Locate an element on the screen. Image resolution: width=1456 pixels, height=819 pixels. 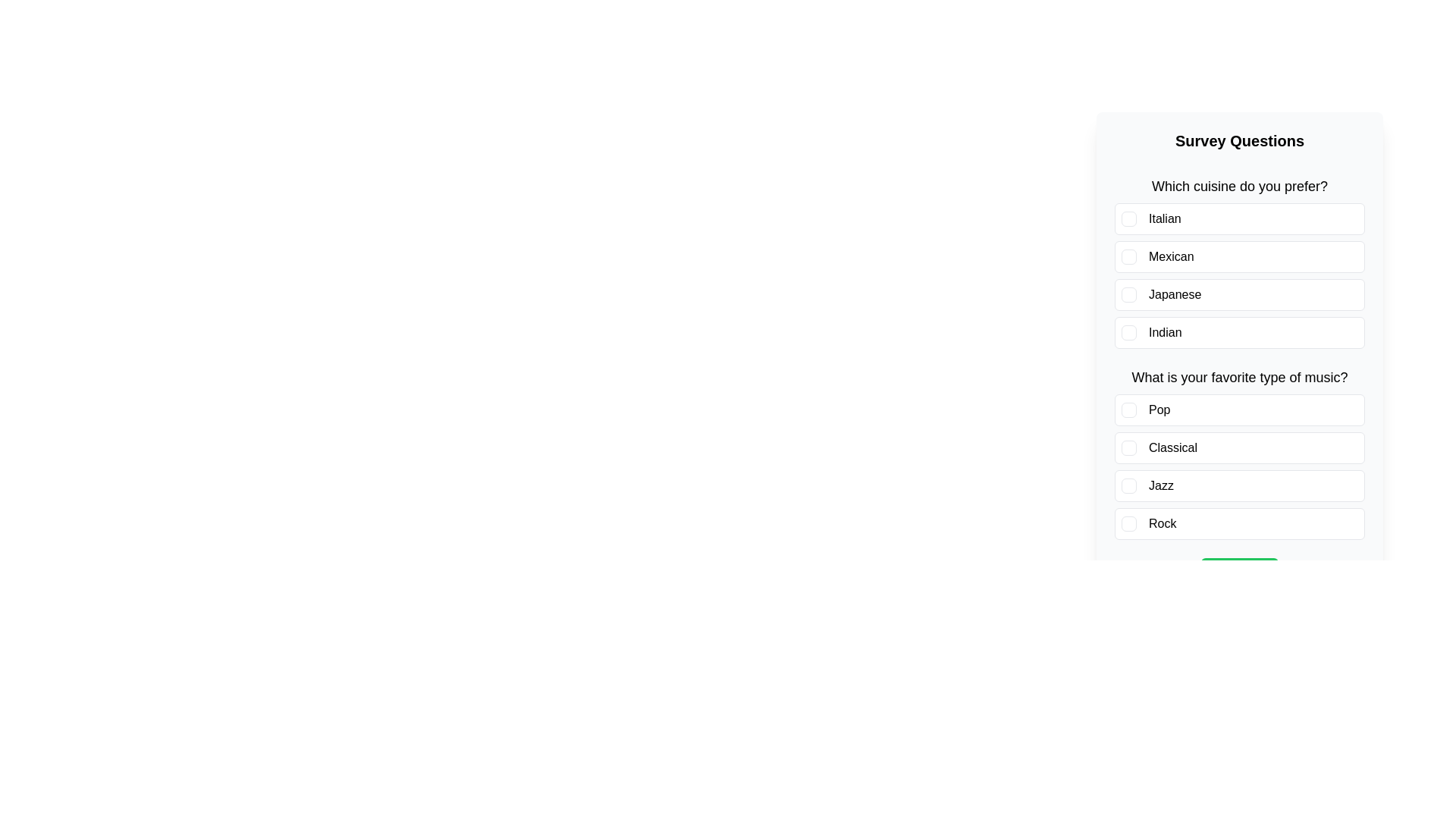
the answer option Pop is located at coordinates (1240, 409).